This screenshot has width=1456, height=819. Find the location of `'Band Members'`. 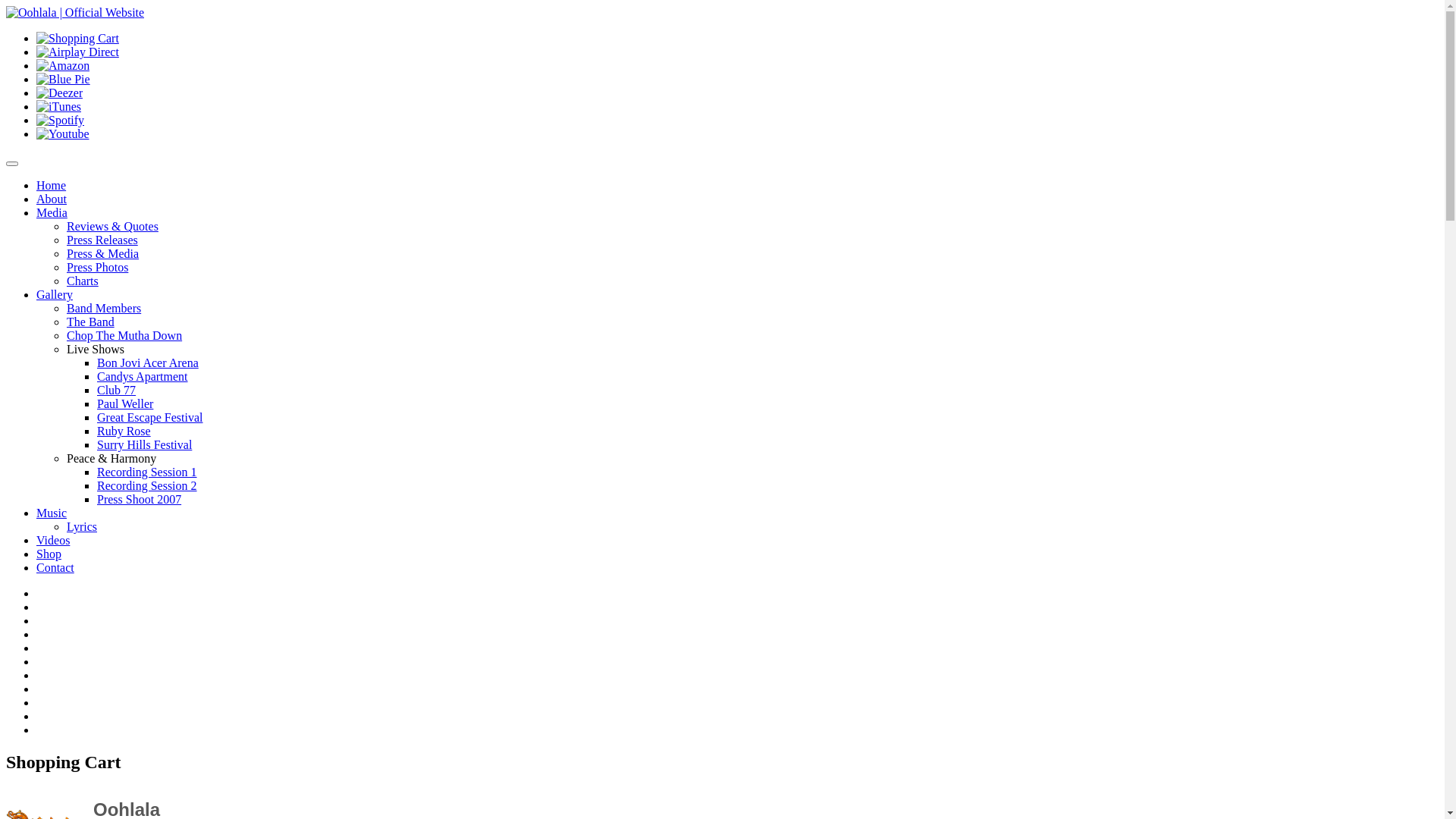

'Band Members' is located at coordinates (65, 307).